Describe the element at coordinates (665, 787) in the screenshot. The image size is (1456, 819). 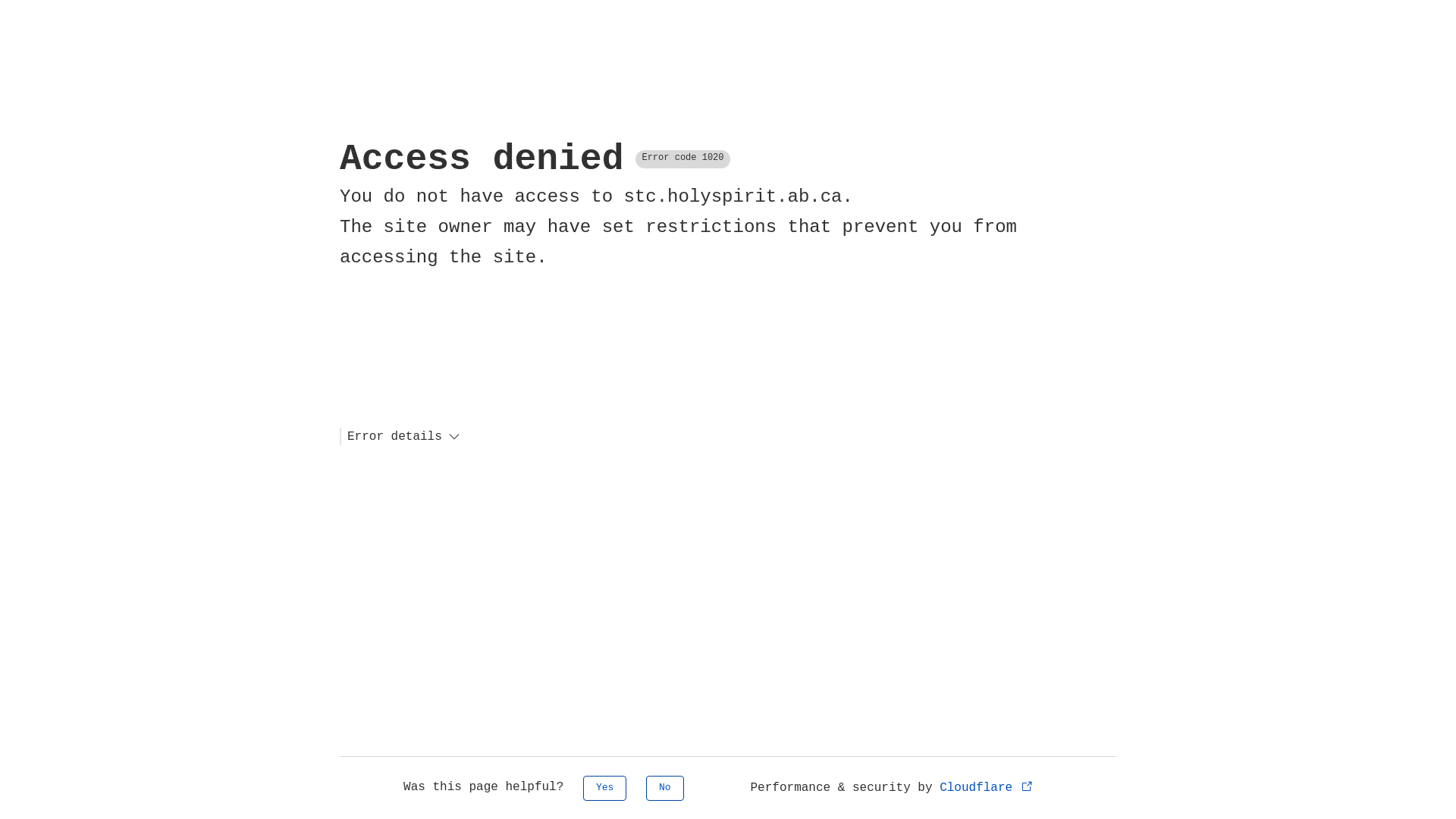
I see `'No'` at that location.